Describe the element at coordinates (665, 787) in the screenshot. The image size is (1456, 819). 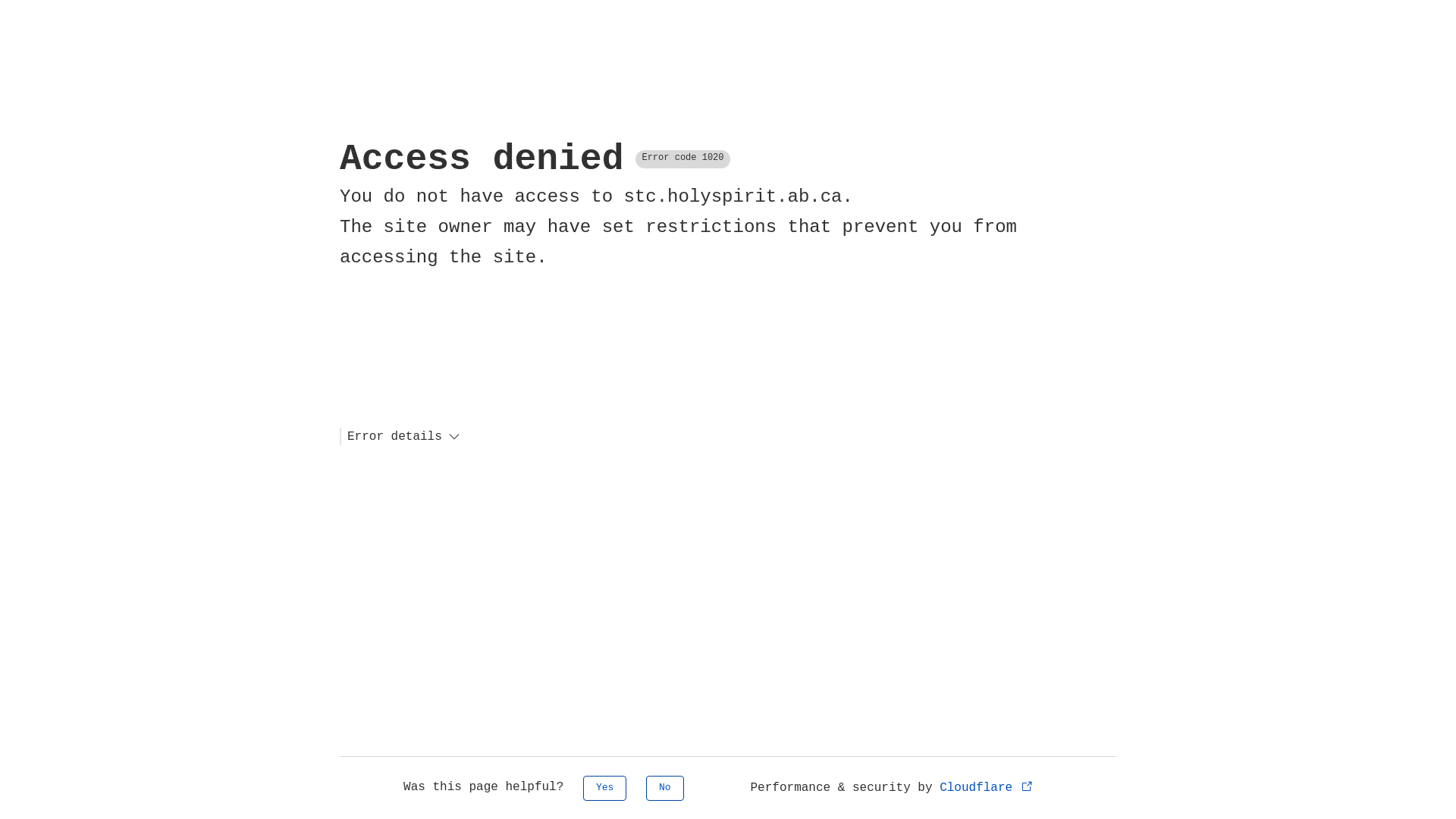
I see `'No'` at that location.